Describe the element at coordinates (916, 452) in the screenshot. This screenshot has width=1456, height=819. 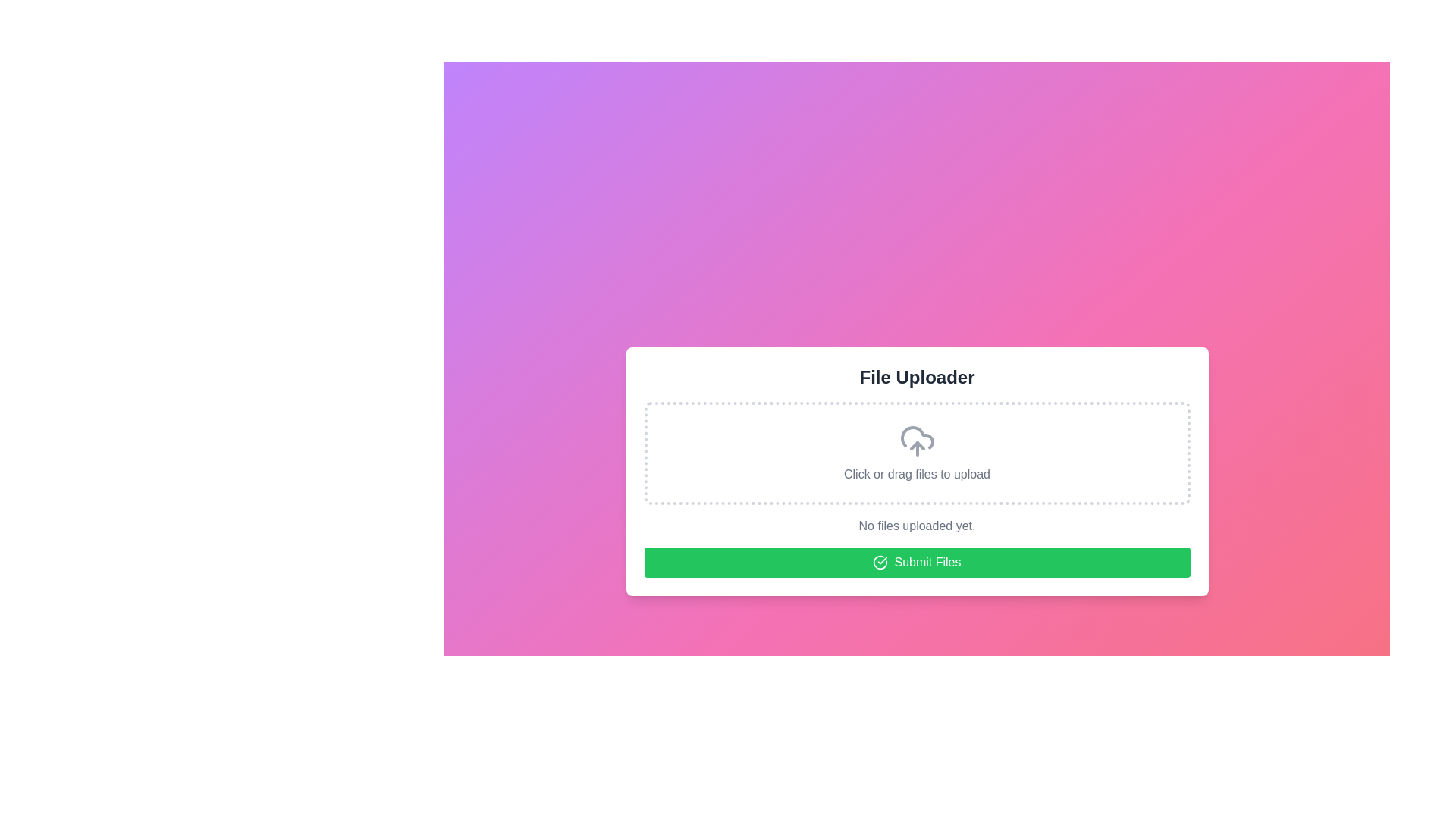
I see `and drop files over the File upload area, which is a rectangular zone with a dotted border, an upload icon, and the text 'Click or drag files` at that location.